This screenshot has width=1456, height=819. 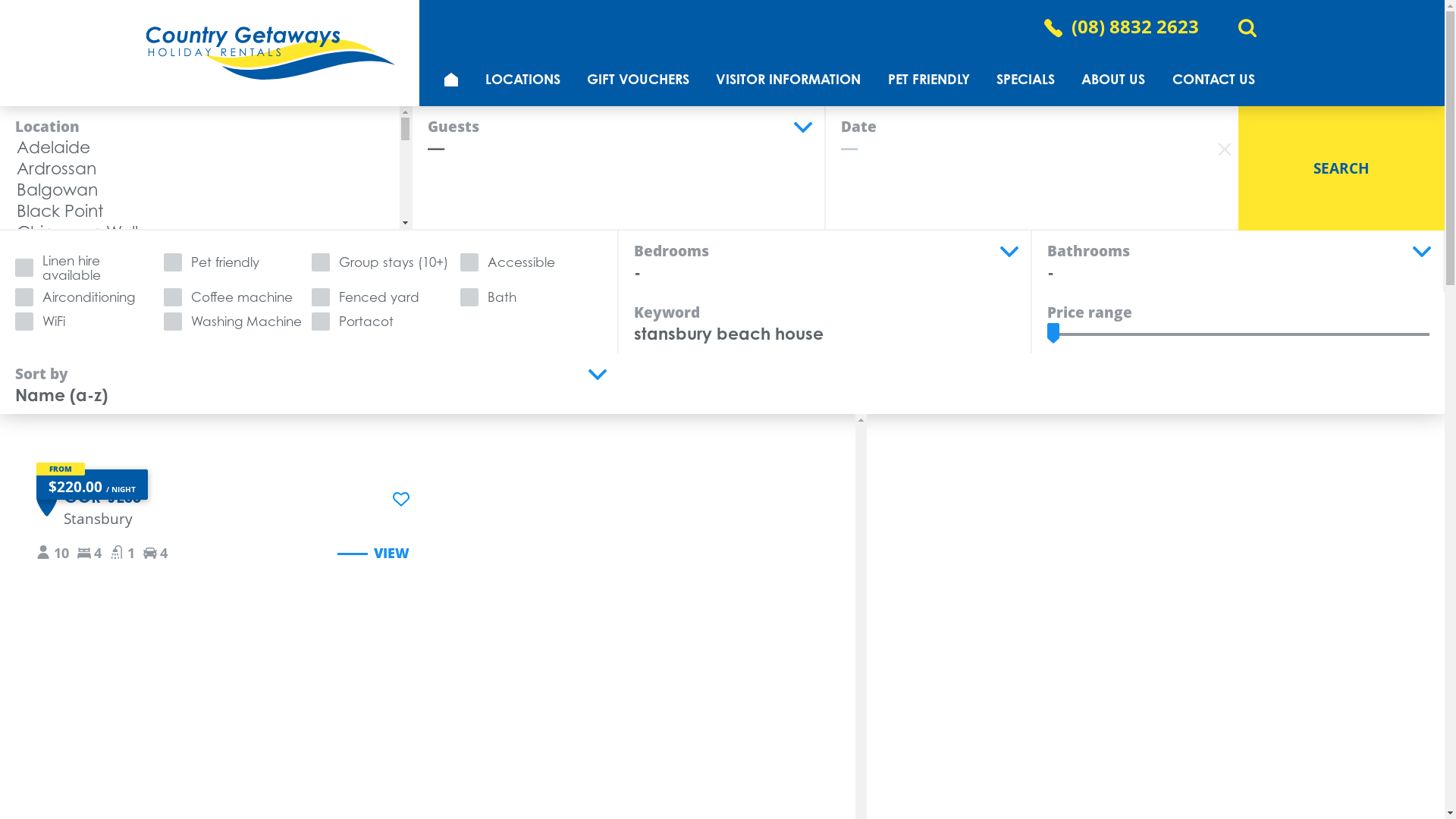 What do you see at coordinates (637, 79) in the screenshot?
I see `'GIFT VOUCHERS'` at bounding box center [637, 79].